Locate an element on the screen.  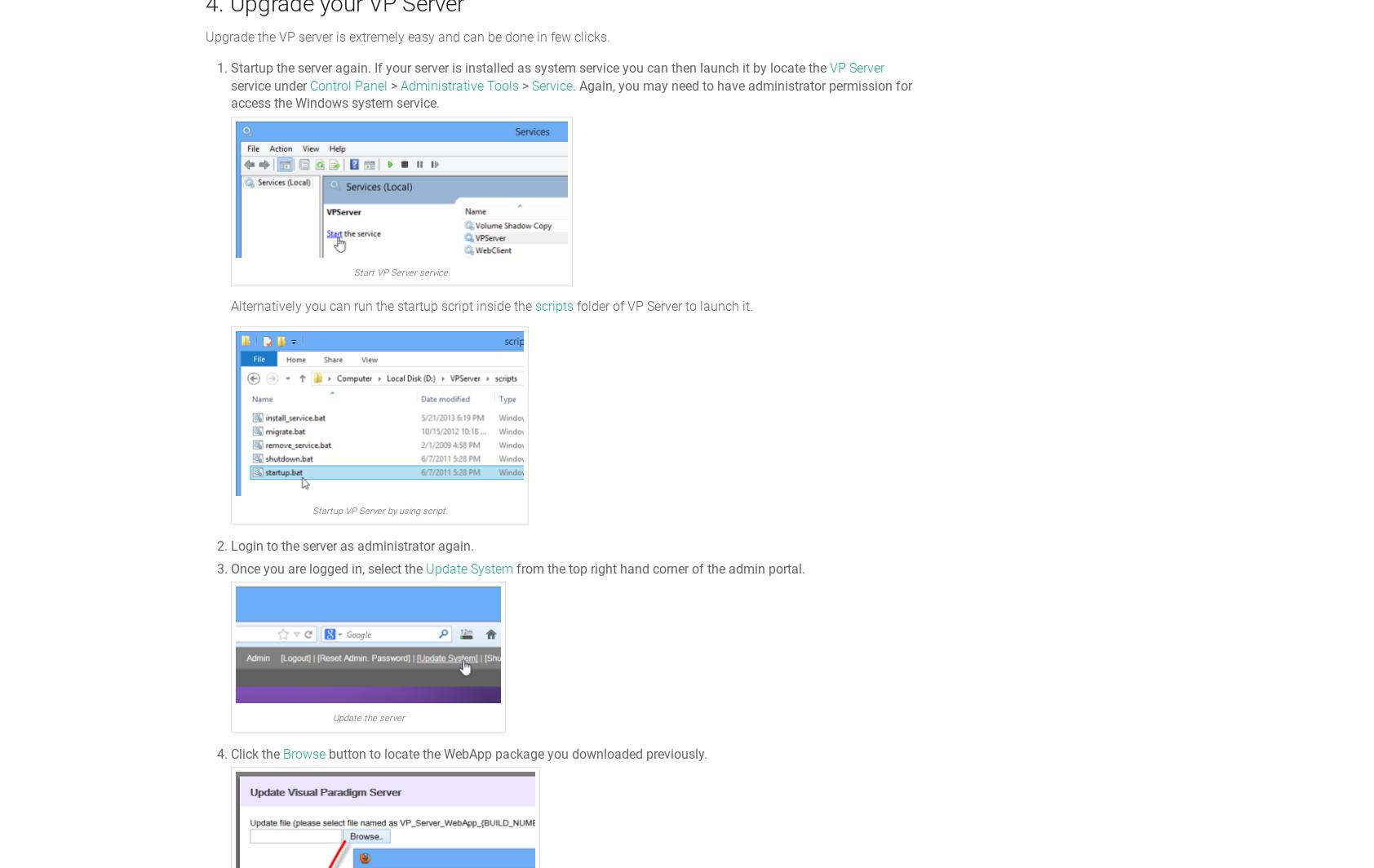
'Alternatively you can run the startup script inside the' is located at coordinates (231, 305).